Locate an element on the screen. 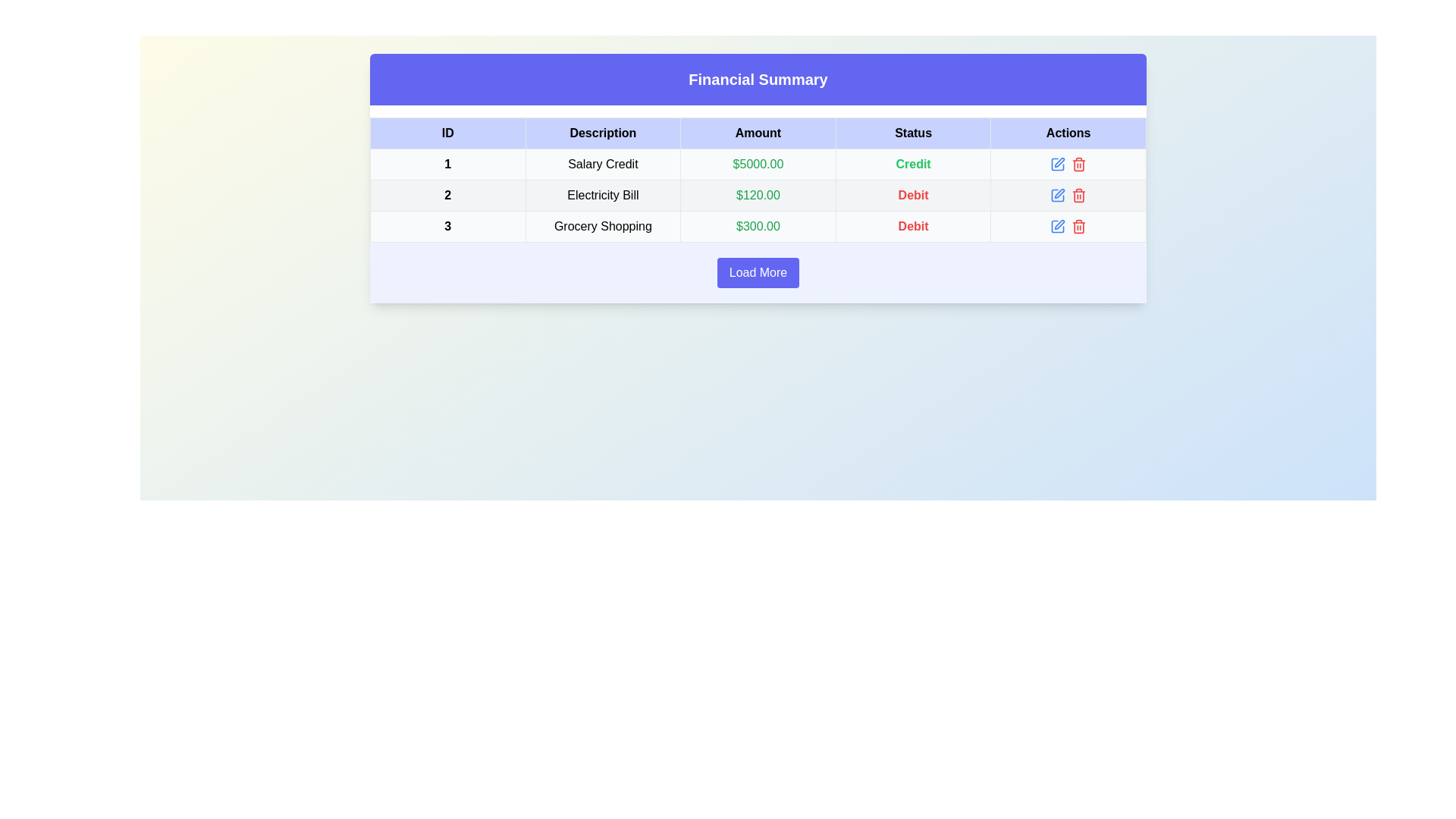  the action icons in the 'Actions' column of the second row of the 'Financial Summary' table is located at coordinates (1068, 195).